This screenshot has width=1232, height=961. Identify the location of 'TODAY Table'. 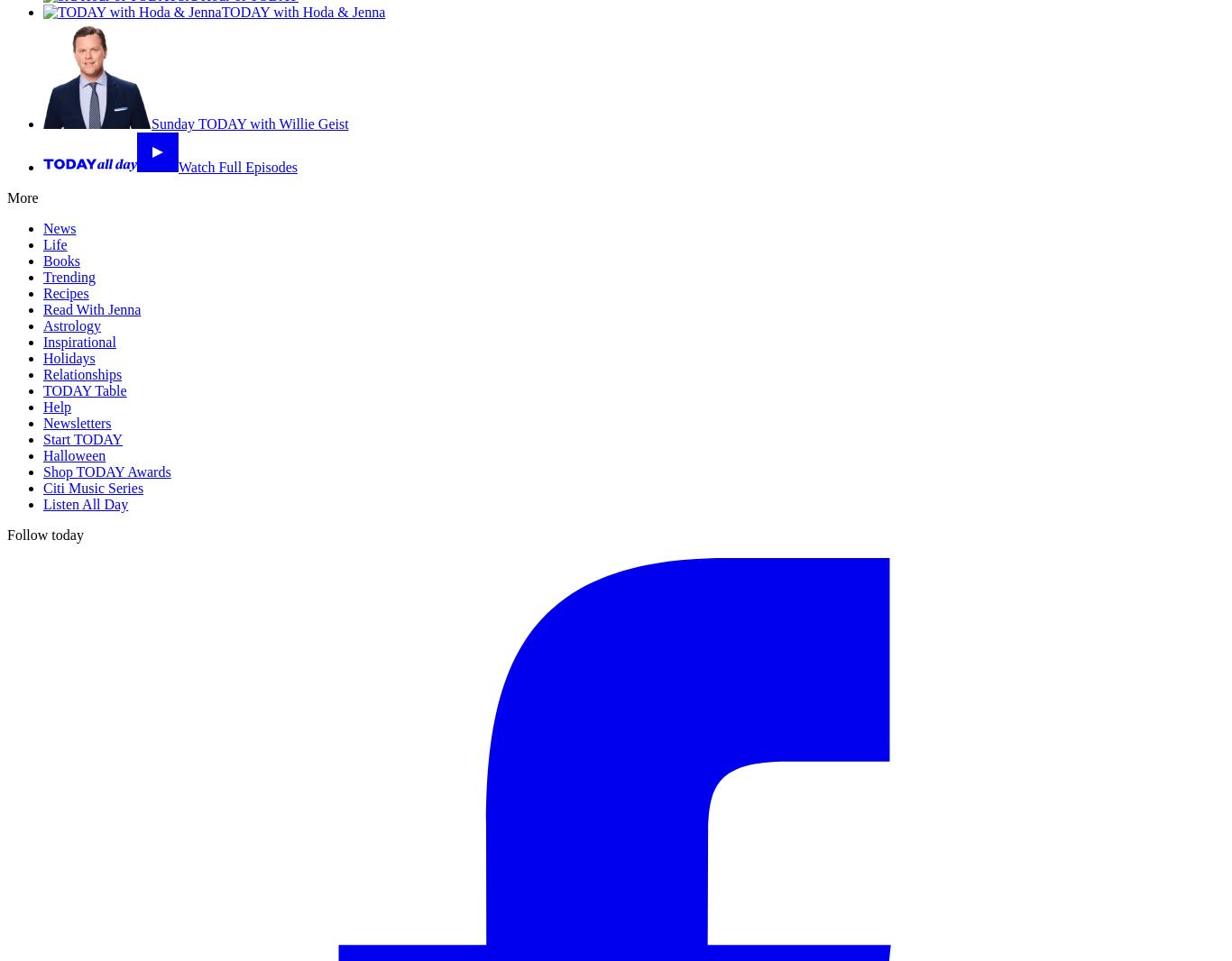
(84, 390).